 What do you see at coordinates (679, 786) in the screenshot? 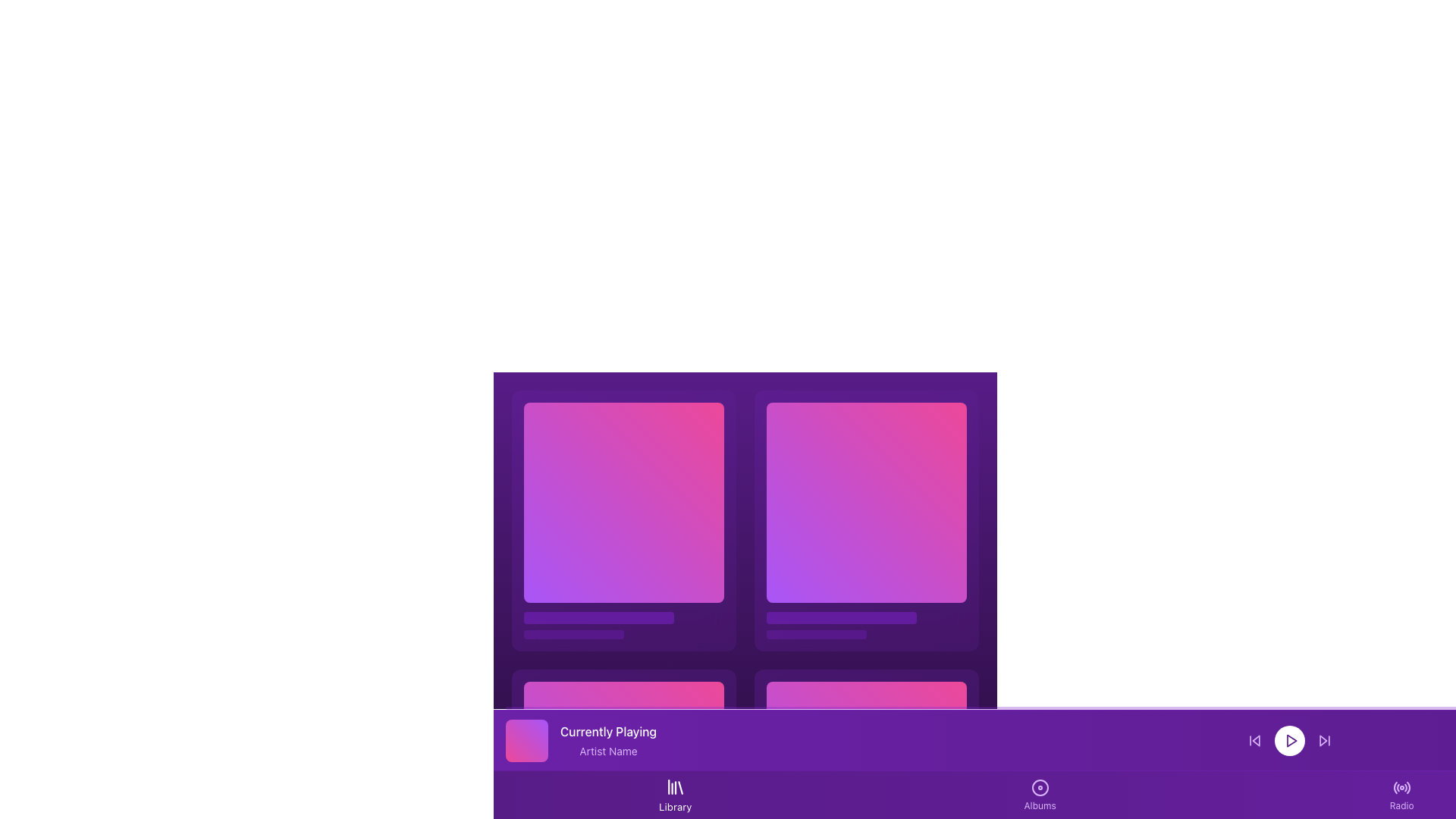
I see `the slanted line within the SVG graphic` at bounding box center [679, 786].